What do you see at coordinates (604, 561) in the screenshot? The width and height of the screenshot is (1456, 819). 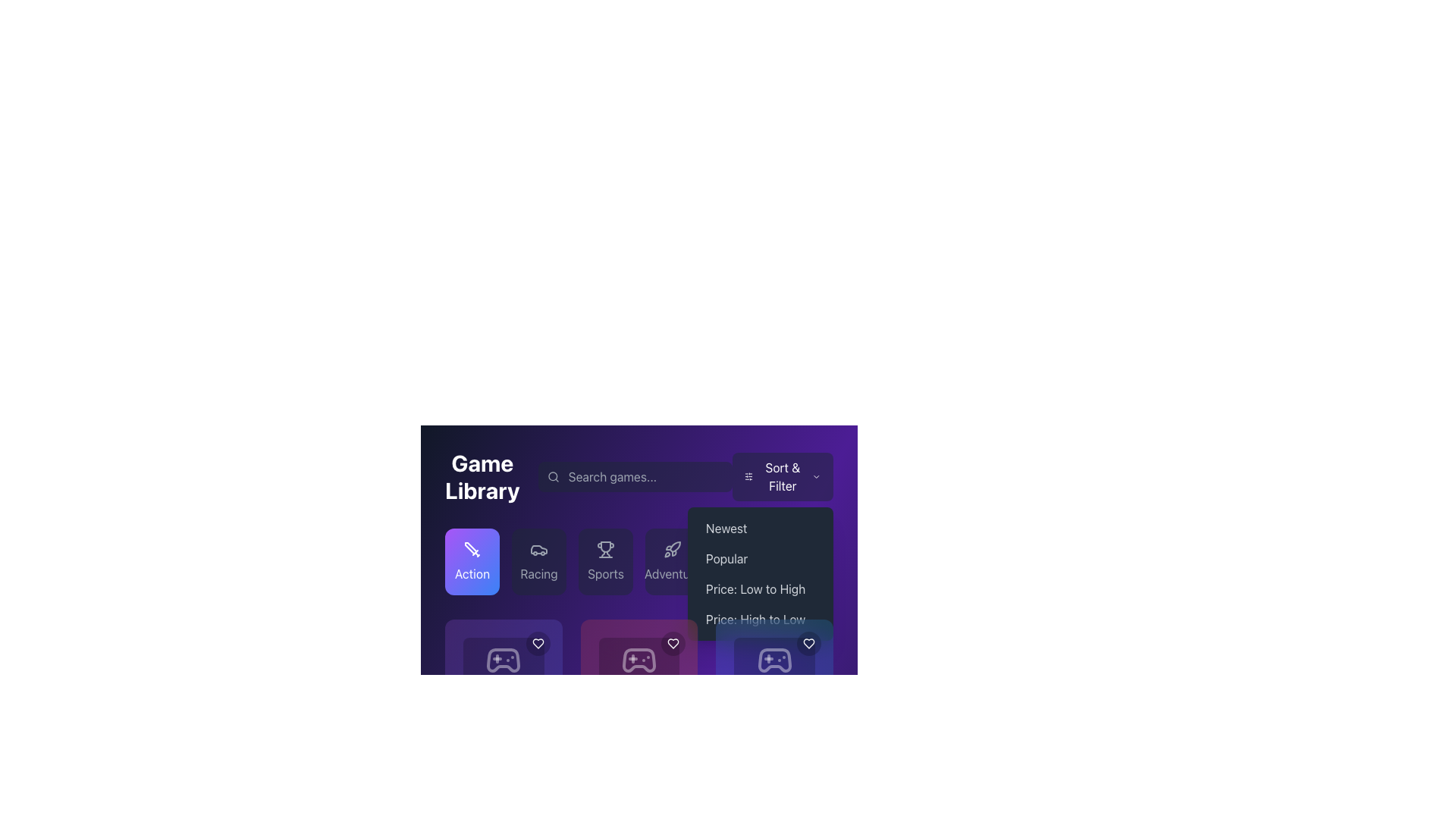 I see `the button labeled 'Sports', which features a trophy icon and is located in the grid of buttons, to filter or navigate to the Sports category` at bounding box center [604, 561].